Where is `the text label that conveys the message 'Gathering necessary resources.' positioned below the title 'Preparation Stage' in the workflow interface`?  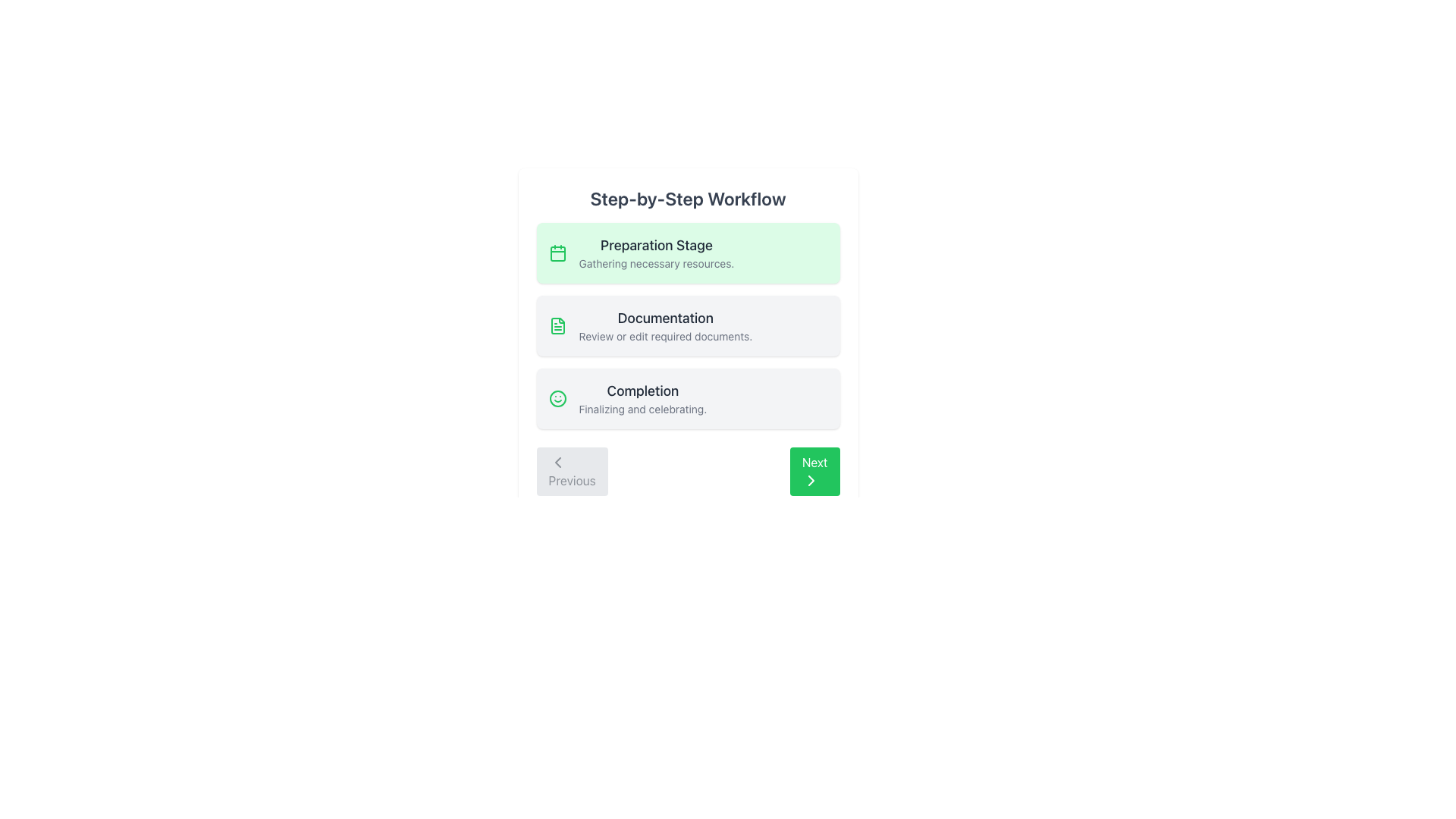 the text label that conveys the message 'Gathering necessary resources.' positioned below the title 'Preparation Stage' in the workflow interface is located at coordinates (656, 262).